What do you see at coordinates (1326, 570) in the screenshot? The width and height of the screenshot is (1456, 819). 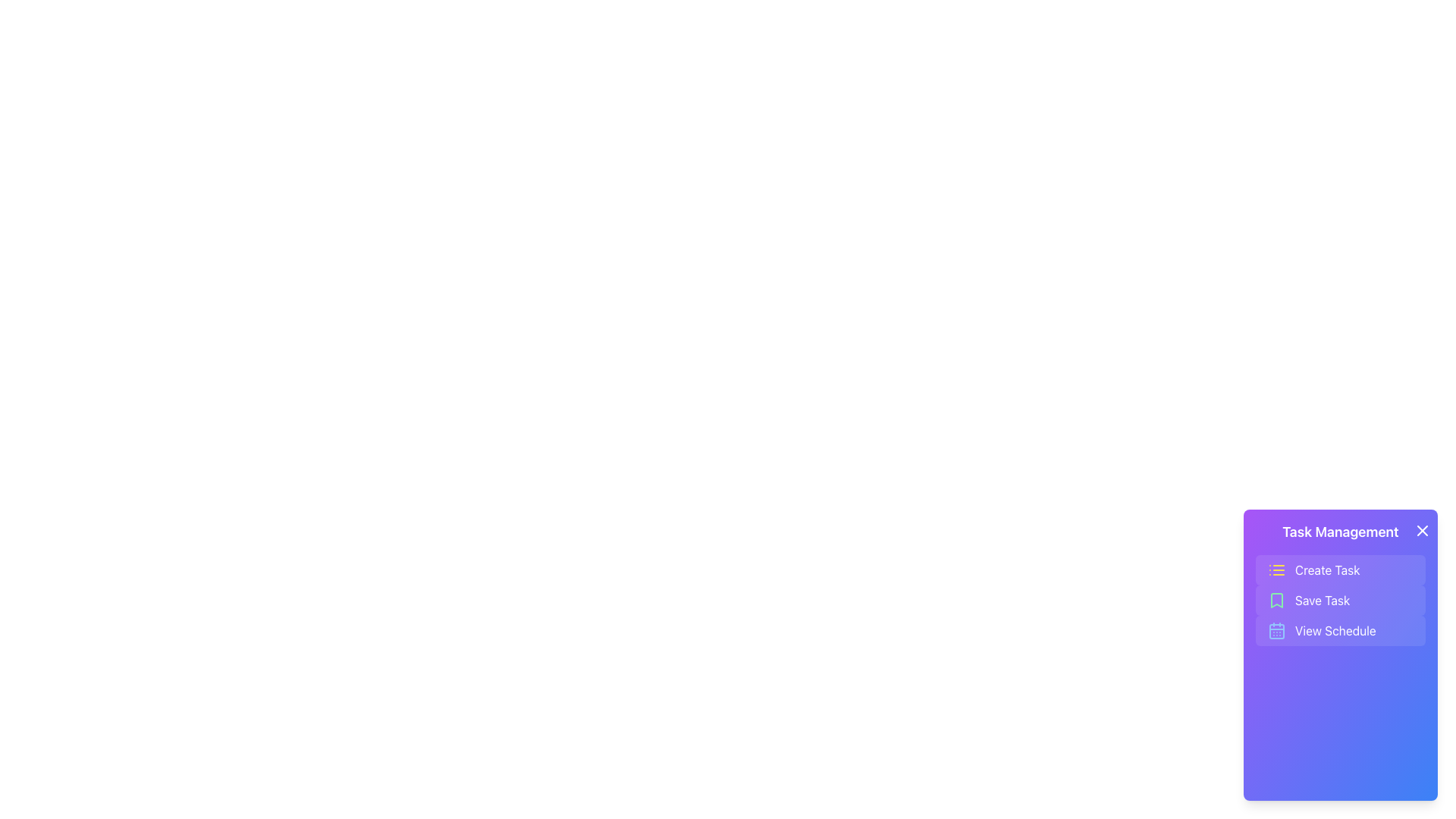 I see `the 'Create Task' button located in the 'Task Management' panel, which is the first item in the vertical list of options` at bounding box center [1326, 570].